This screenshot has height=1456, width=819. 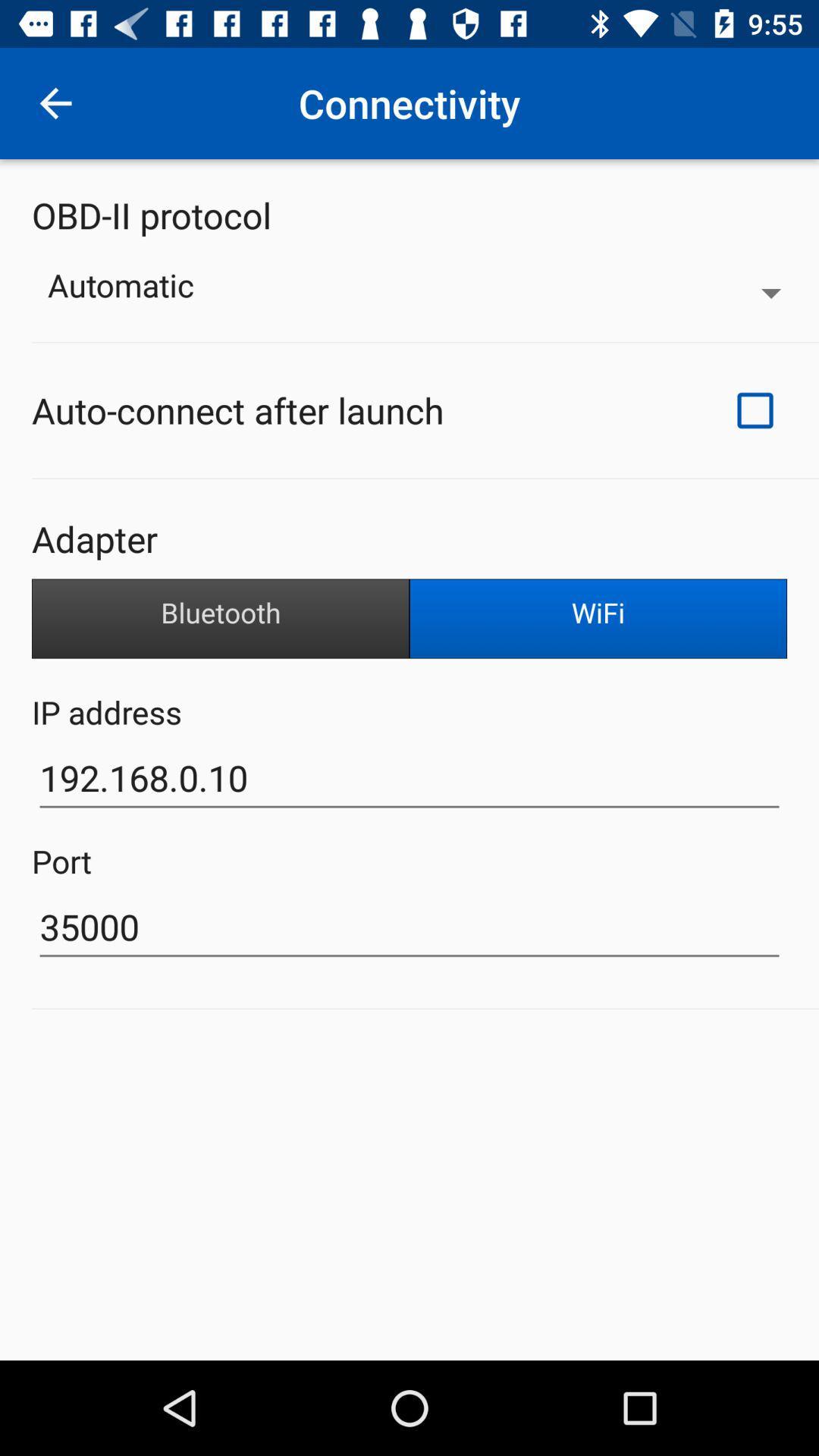 I want to click on the icon next to the connectivity icon, so click(x=55, y=102).